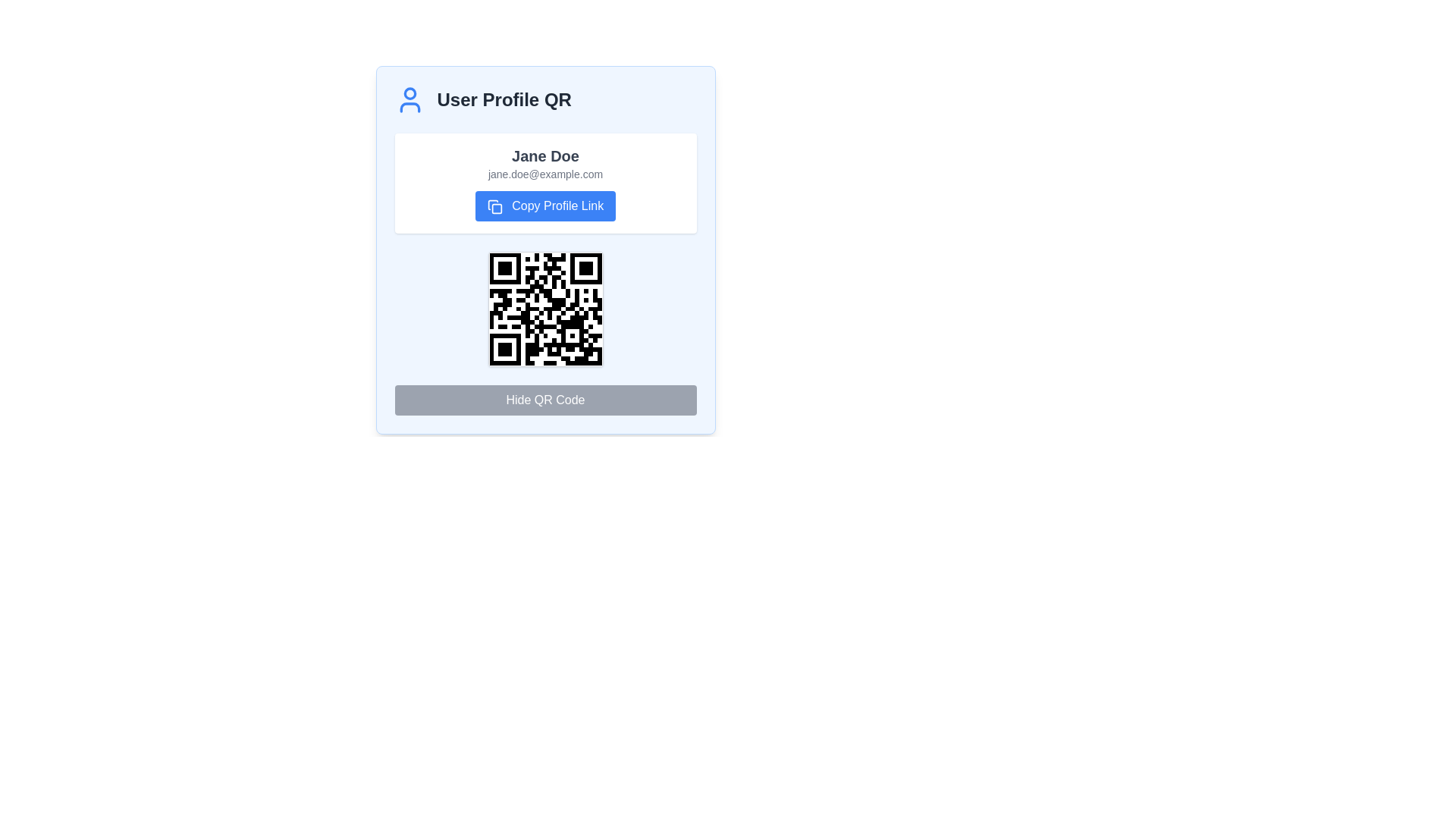 The height and width of the screenshot is (819, 1456). Describe the element at coordinates (545, 174) in the screenshot. I see `the email address 'jane.doe@example.com' displayed in a small, gray-colored font, located beneath the name 'Jane Doe' and above the 'Copy Profile Link' button in the user profile section` at that location.